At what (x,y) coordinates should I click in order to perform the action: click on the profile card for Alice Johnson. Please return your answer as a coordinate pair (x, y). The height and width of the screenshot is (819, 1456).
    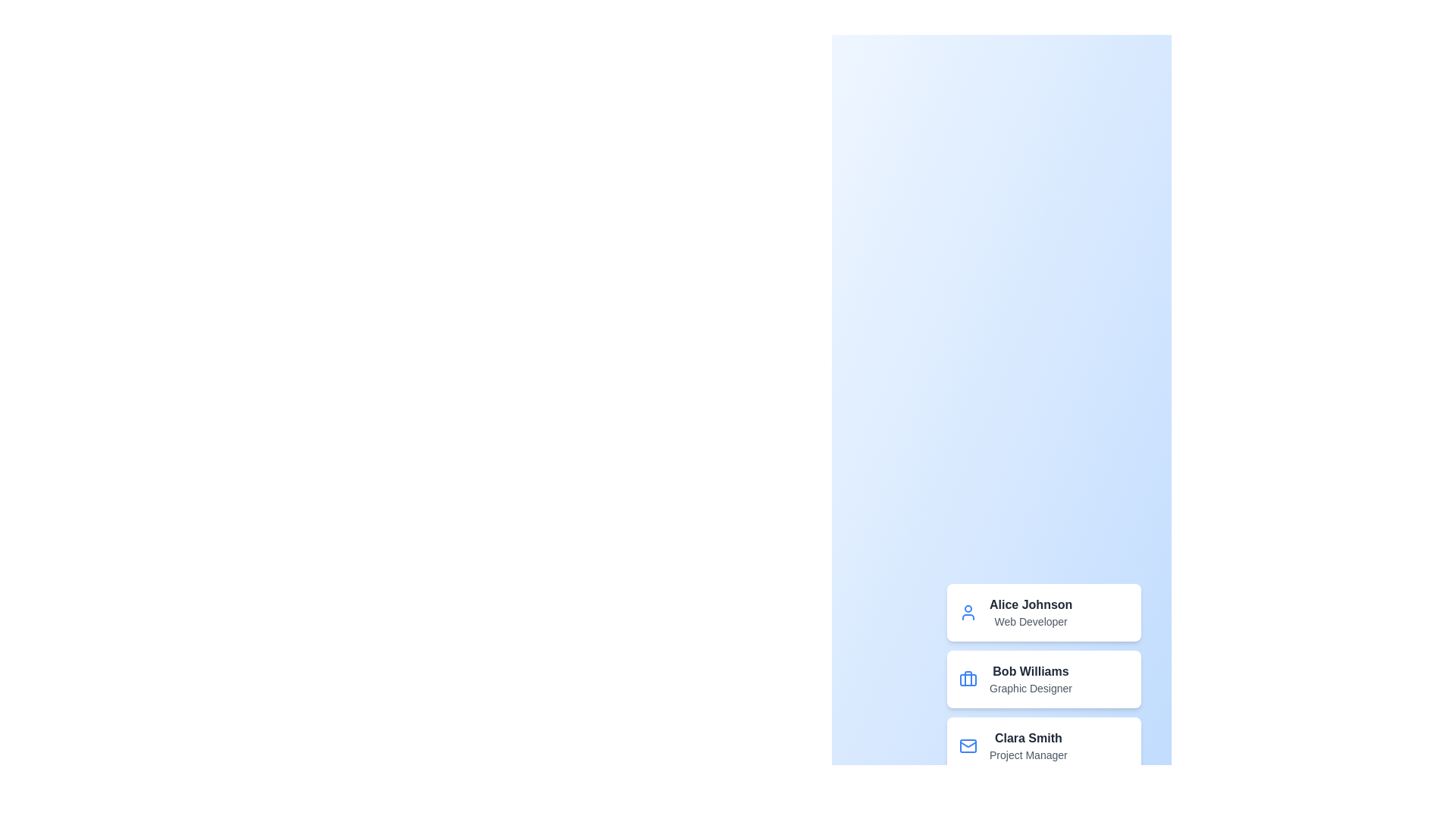
    Looking at the image, I should click on (1043, 611).